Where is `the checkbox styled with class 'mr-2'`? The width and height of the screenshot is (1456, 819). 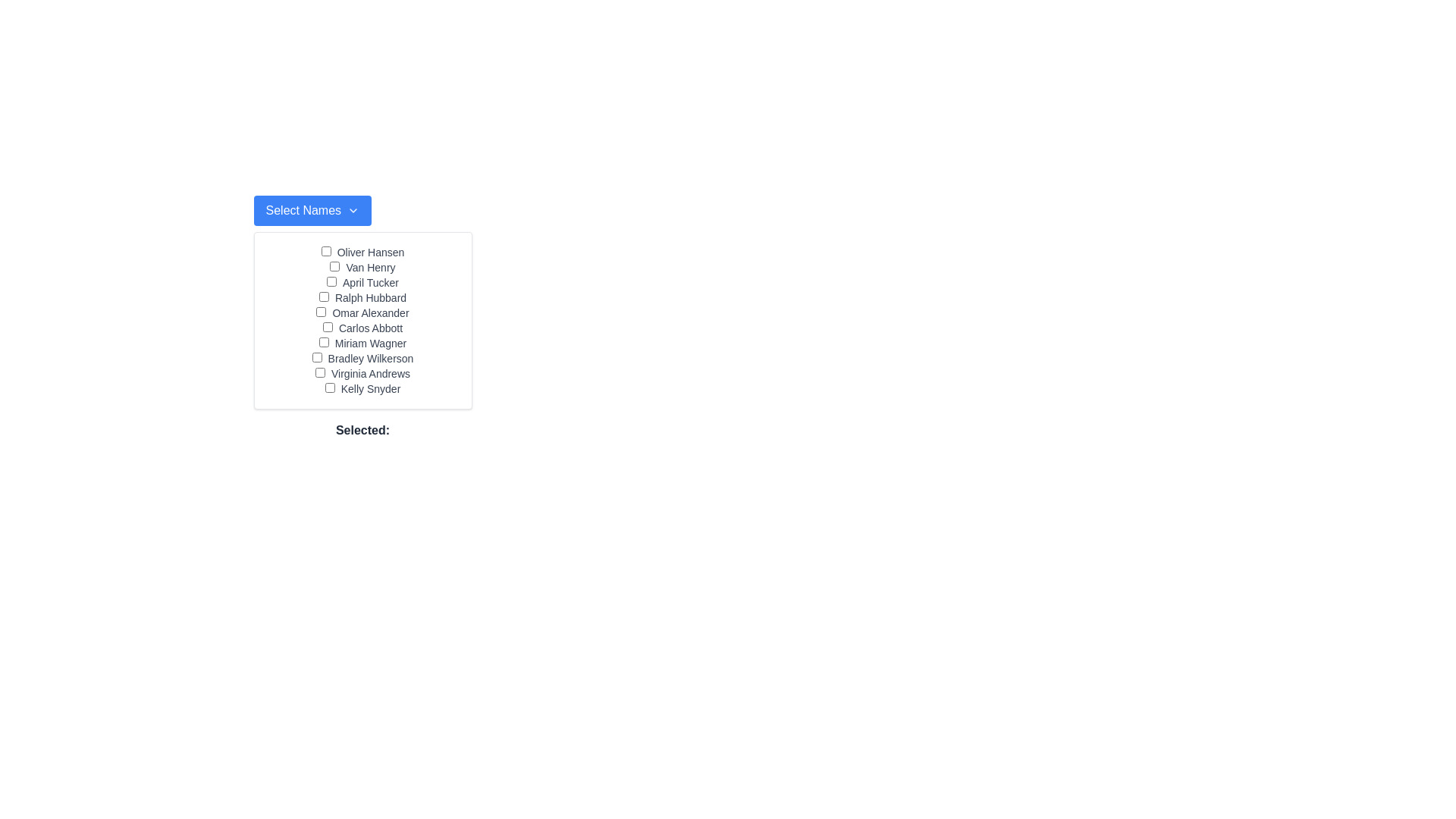
the checkbox styled with class 'mr-2' is located at coordinates (329, 387).